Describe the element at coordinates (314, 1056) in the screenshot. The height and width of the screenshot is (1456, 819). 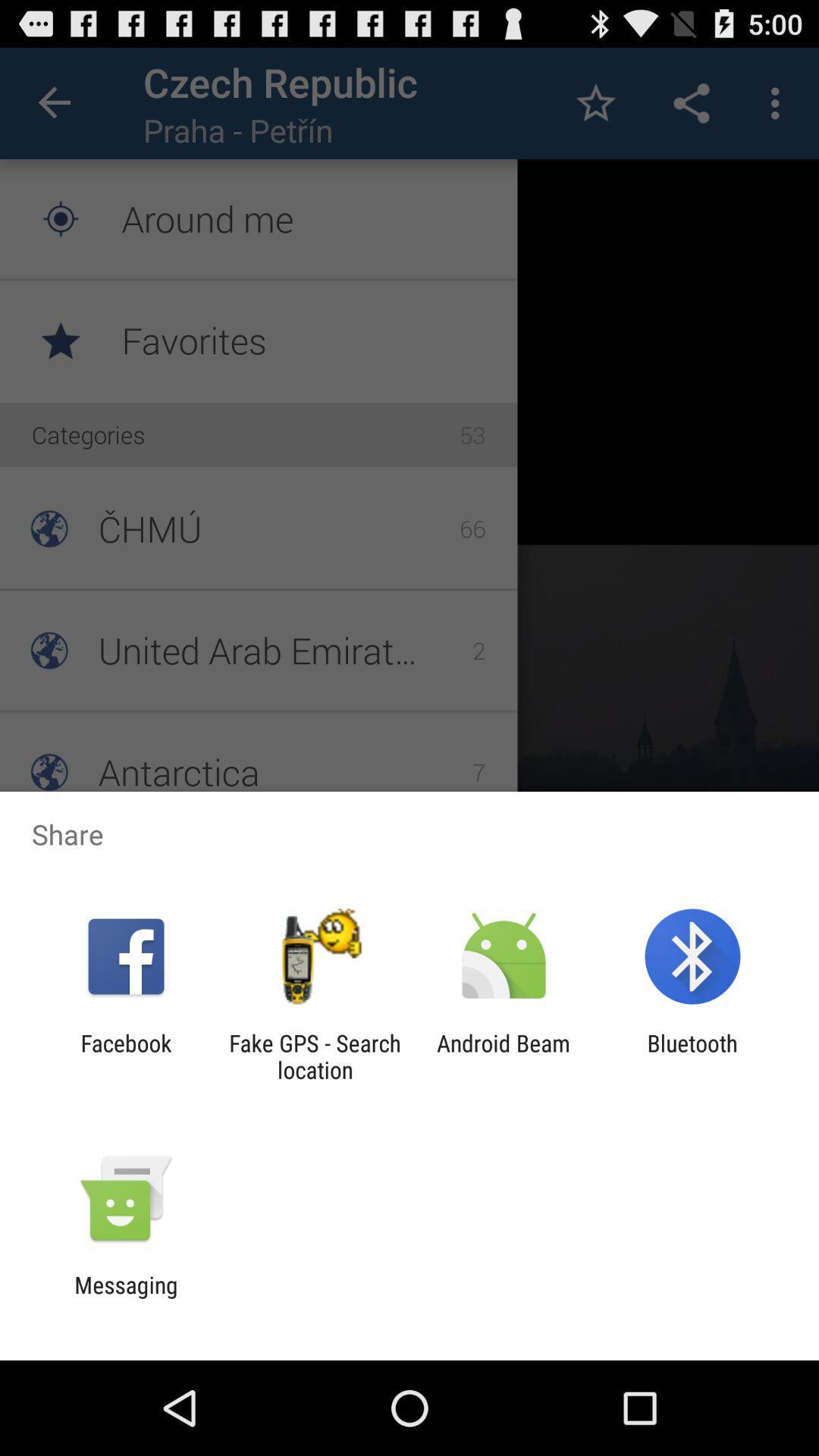
I see `icon next to the facebook icon` at that location.